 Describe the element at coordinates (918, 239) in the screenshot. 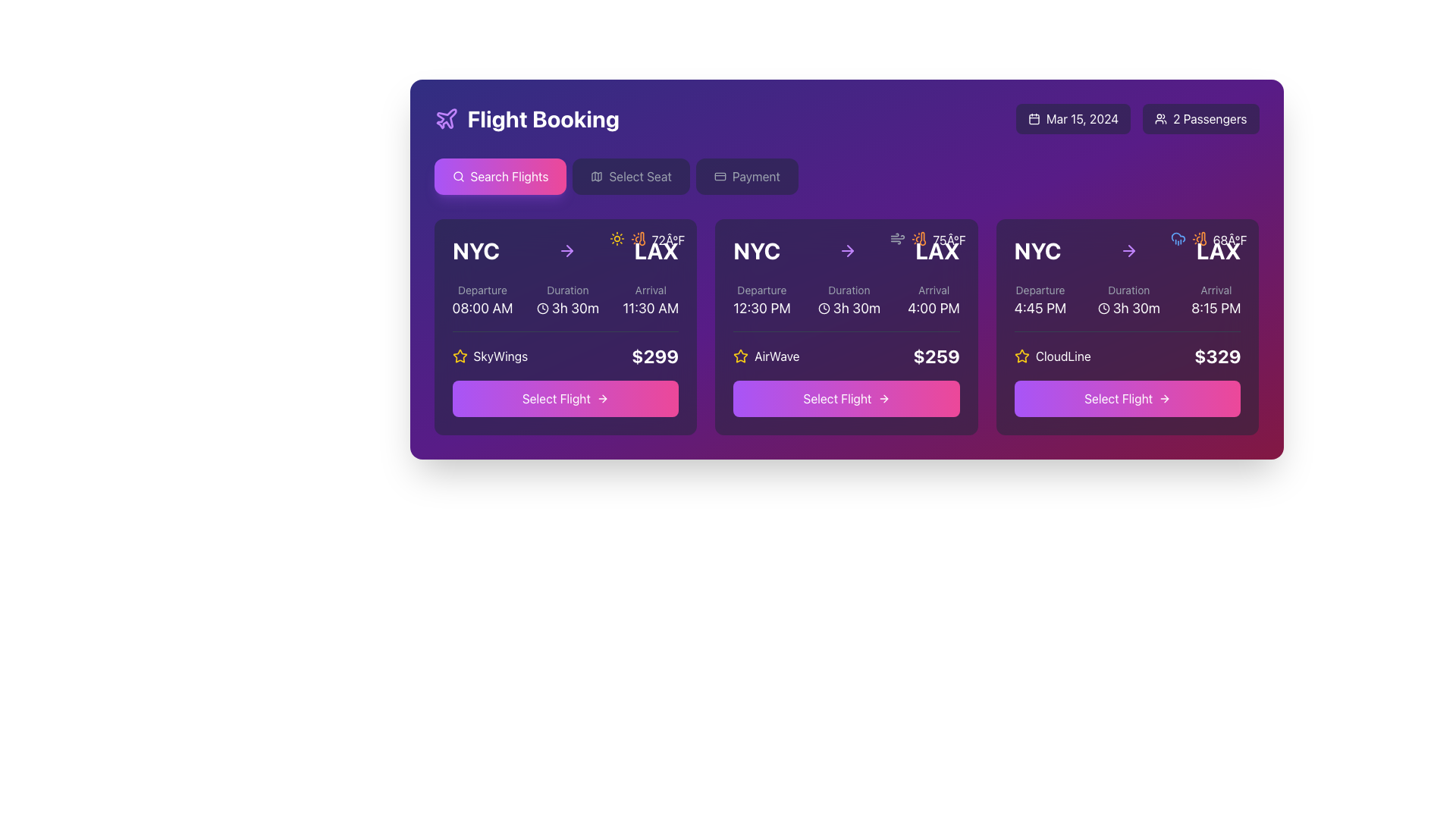

I see `the weather icon located in the top-right corner of the card representing the second flight option for a route from NYC to LAX` at that location.